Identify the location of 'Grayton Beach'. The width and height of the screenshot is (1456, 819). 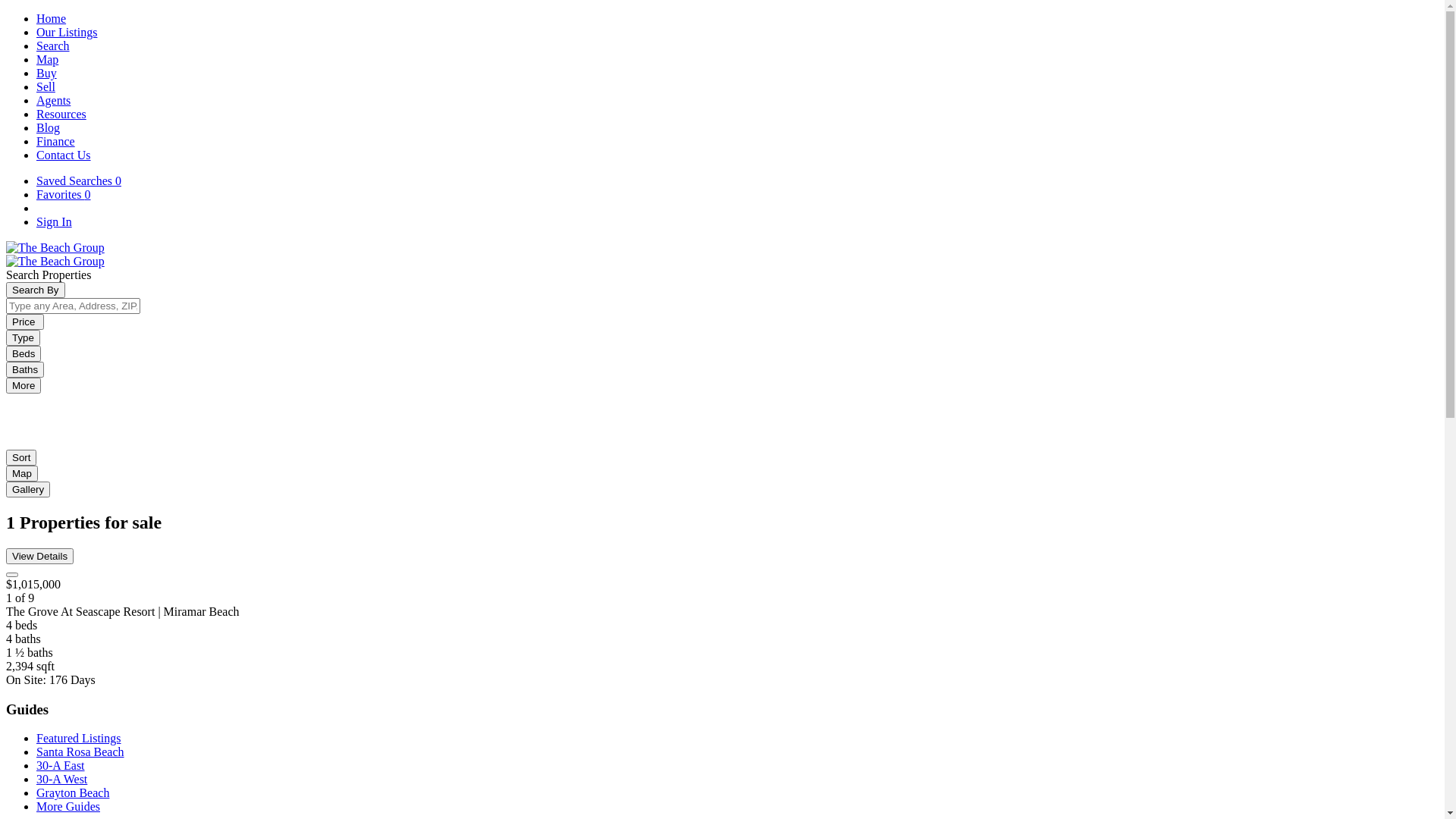
(72, 792).